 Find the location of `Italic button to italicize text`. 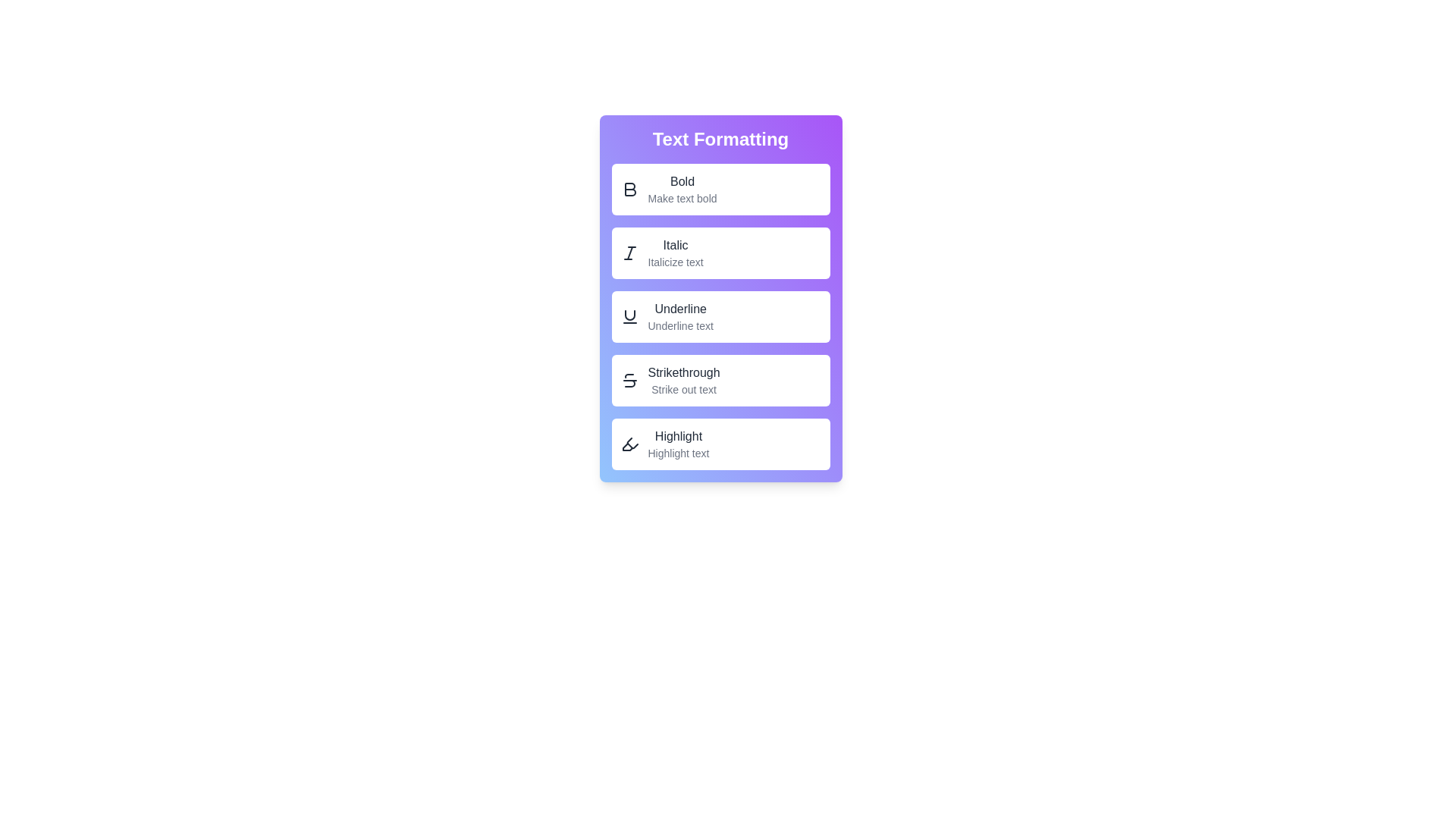

Italic button to italicize text is located at coordinates (629, 253).